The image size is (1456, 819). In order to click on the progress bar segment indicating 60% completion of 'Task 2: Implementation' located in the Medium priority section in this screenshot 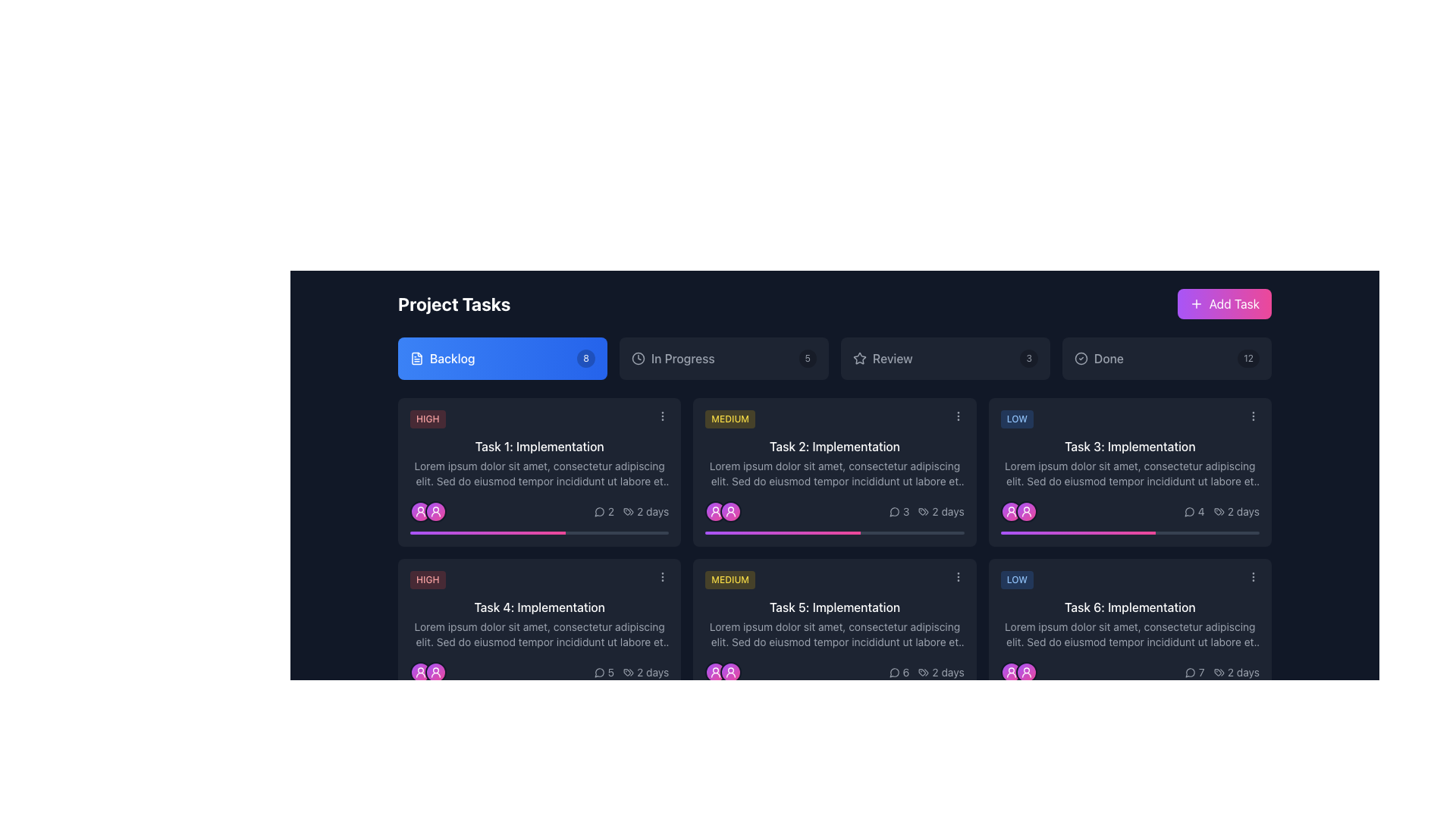, I will do `click(783, 532)`.